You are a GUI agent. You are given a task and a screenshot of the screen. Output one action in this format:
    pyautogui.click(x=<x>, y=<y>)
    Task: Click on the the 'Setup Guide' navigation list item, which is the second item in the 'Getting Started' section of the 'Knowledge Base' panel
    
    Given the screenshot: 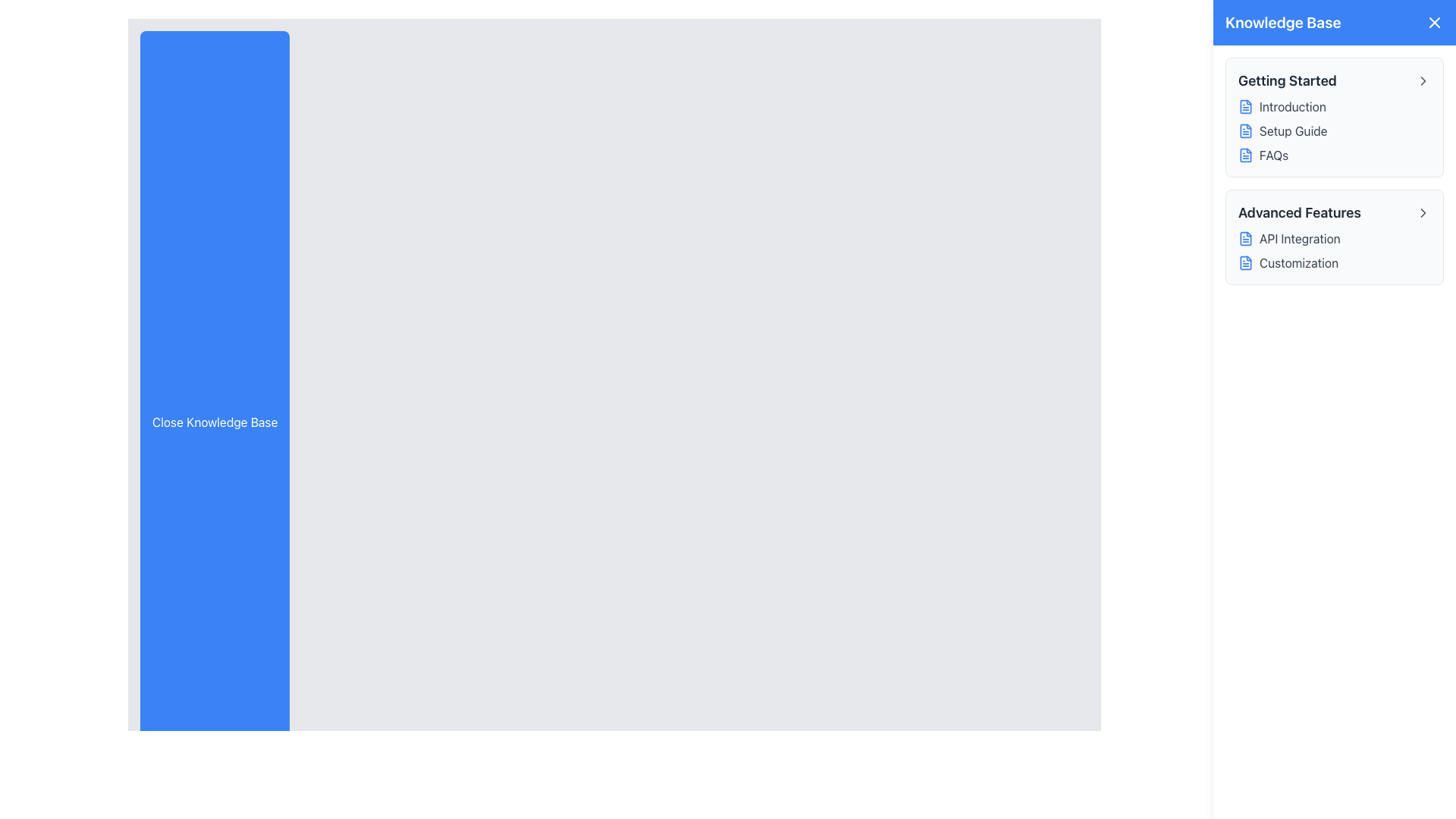 What is the action you would take?
    pyautogui.click(x=1335, y=130)
    